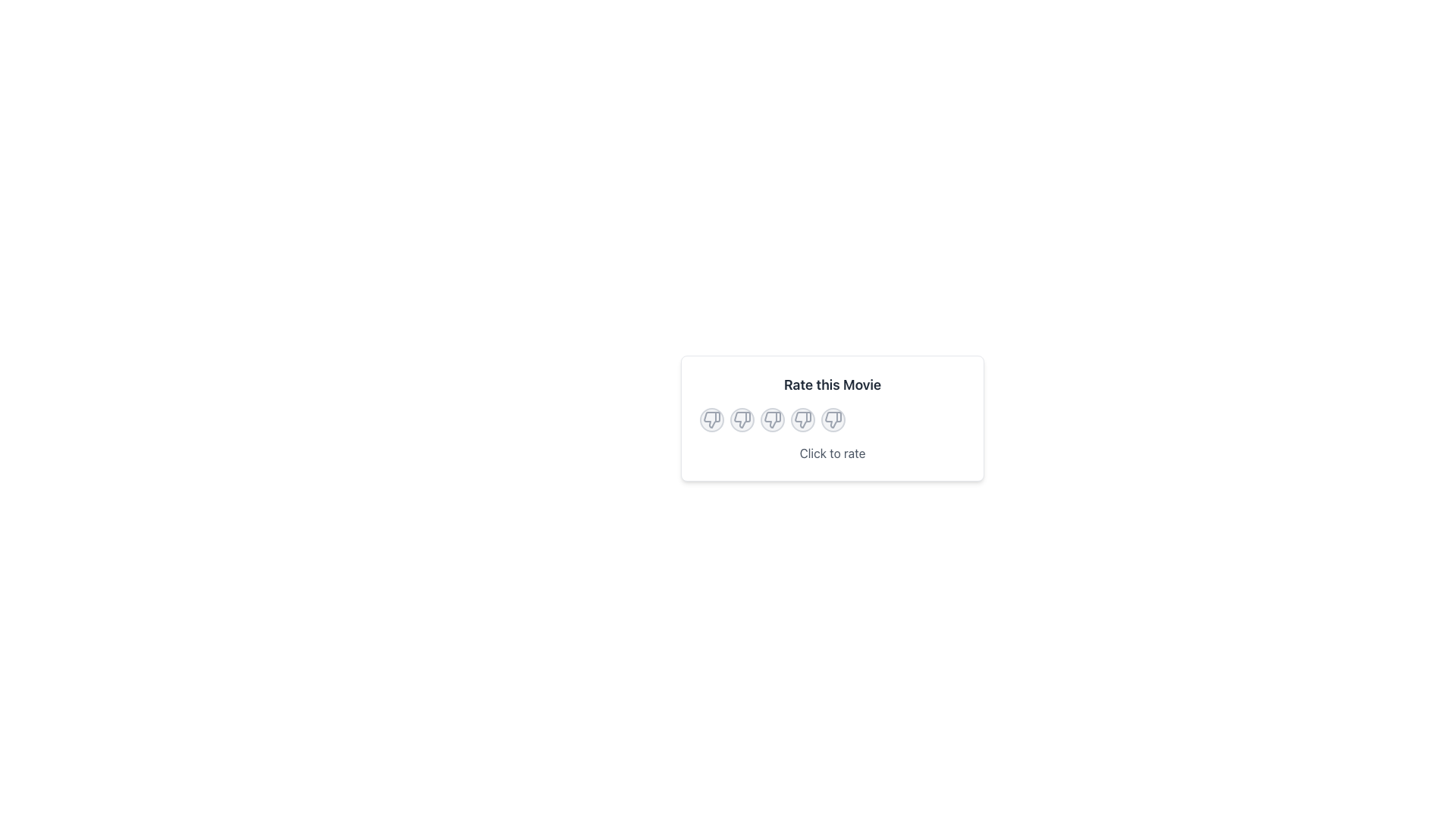 This screenshot has width=1456, height=819. Describe the element at coordinates (833, 420) in the screenshot. I see `the fifth thumbs-down SVG graphic icon located at the bottom right of the interface` at that location.